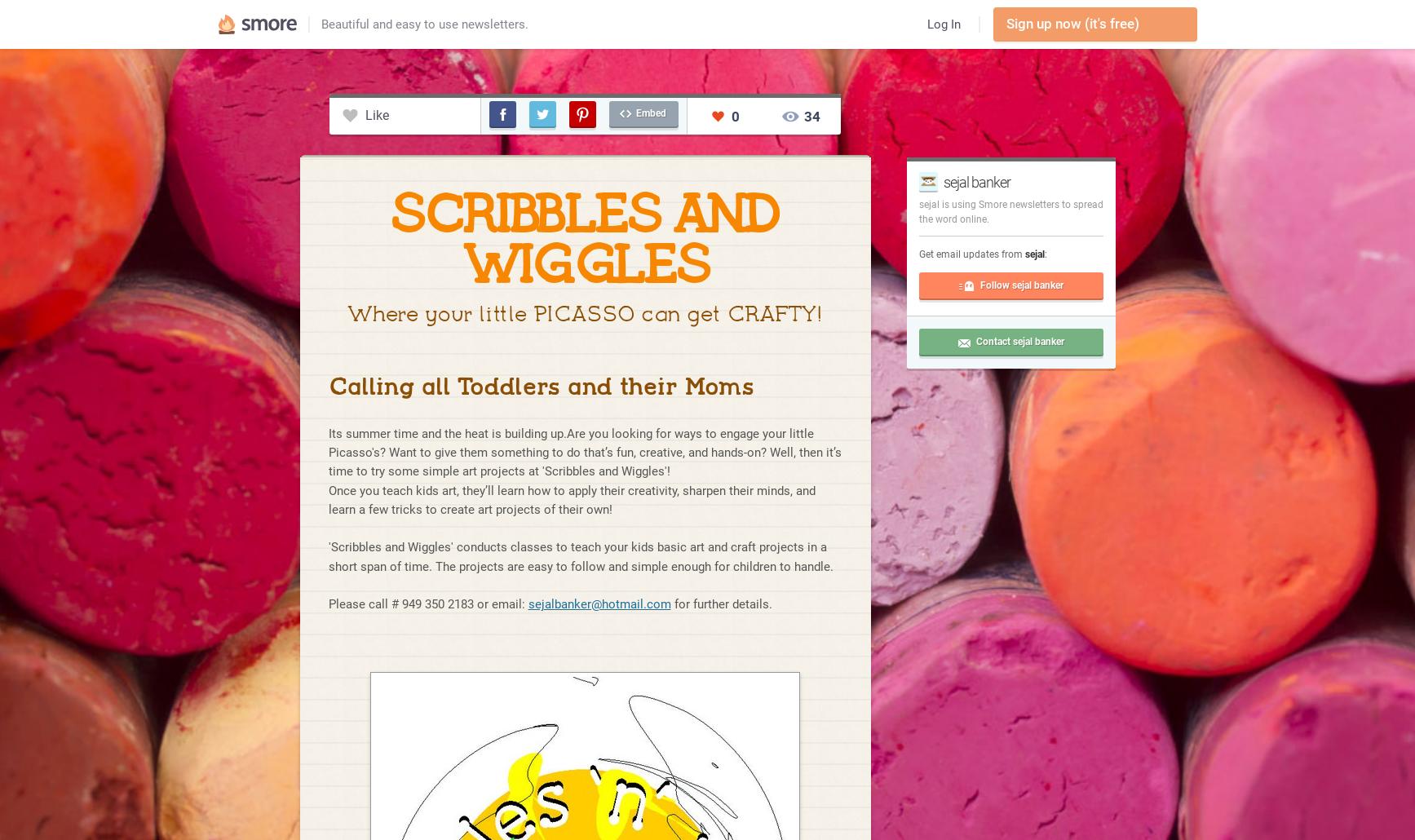 The width and height of the screenshot is (1415, 840). What do you see at coordinates (971, 253) in the screenshot?
I see `'Get email updates from'` at bounding box center [971, 253].